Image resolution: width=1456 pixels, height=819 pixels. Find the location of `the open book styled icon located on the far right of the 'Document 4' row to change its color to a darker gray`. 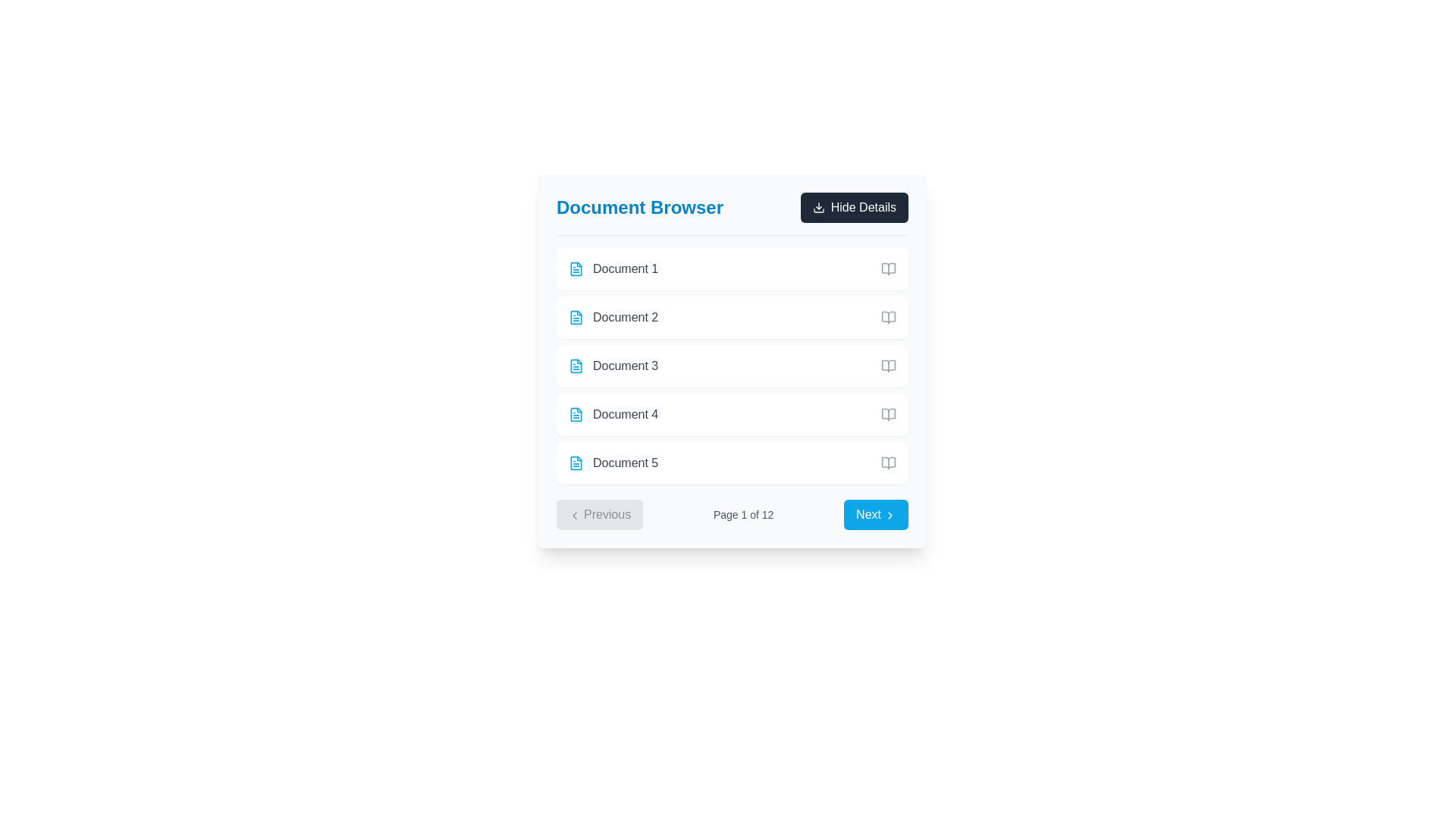

the open book styled icon located on the far right of the 'Document 4' row to change its color to a darker gray is located at coordinates (888, 415).